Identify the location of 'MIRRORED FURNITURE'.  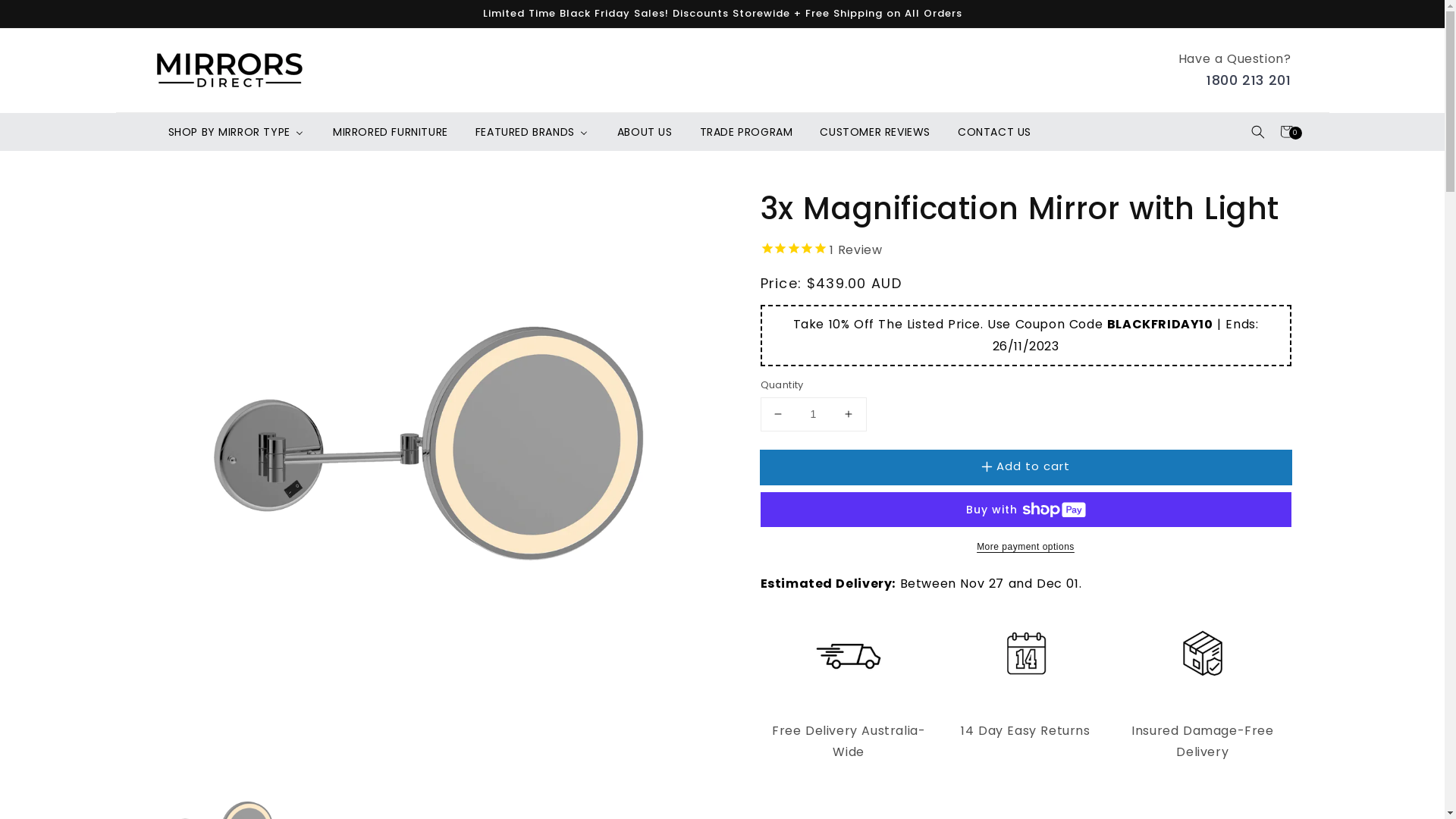
(318, 130).